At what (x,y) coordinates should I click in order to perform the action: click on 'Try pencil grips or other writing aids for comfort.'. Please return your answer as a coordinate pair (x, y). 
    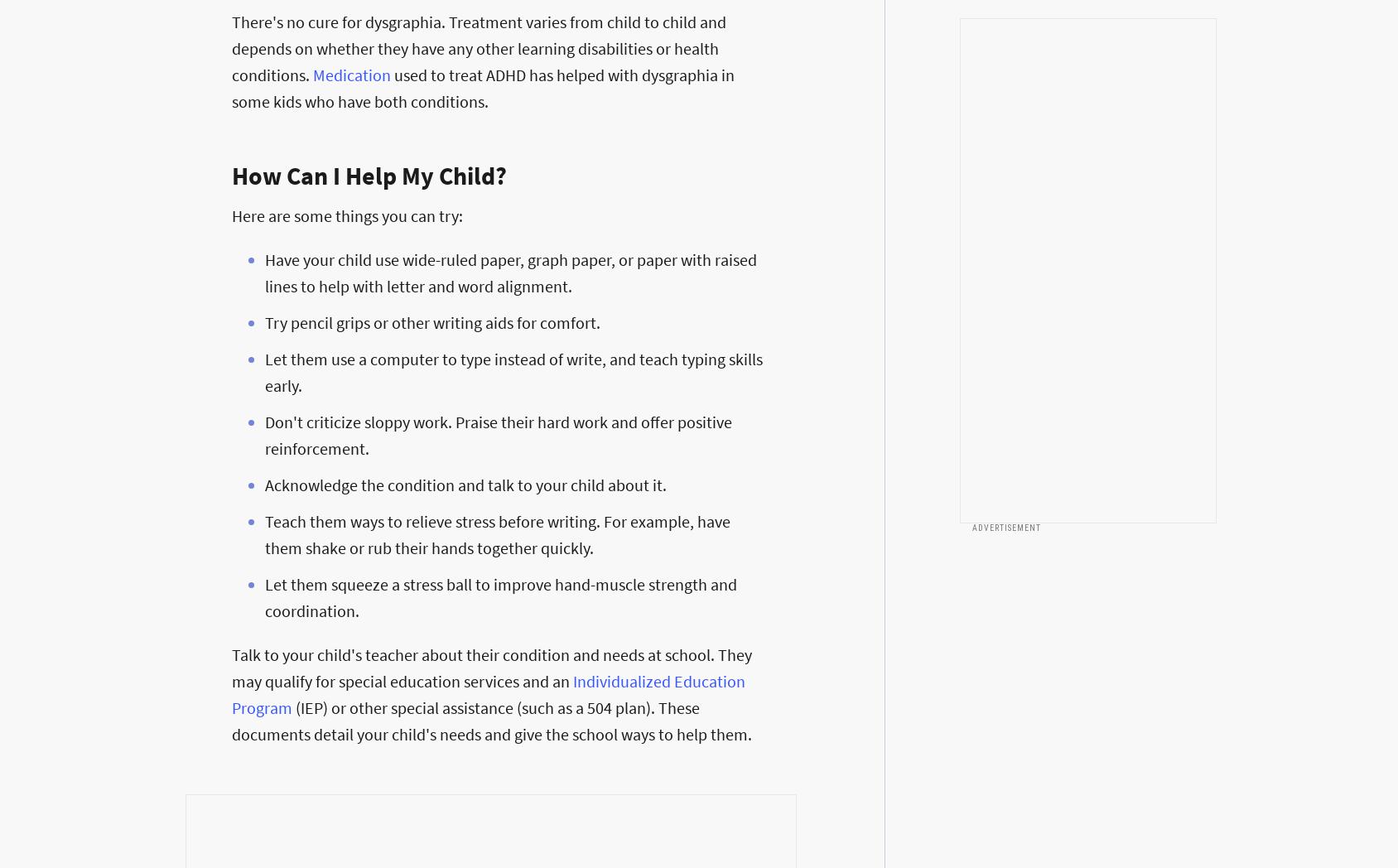
    Looking at the image, I should click on (431, 321).